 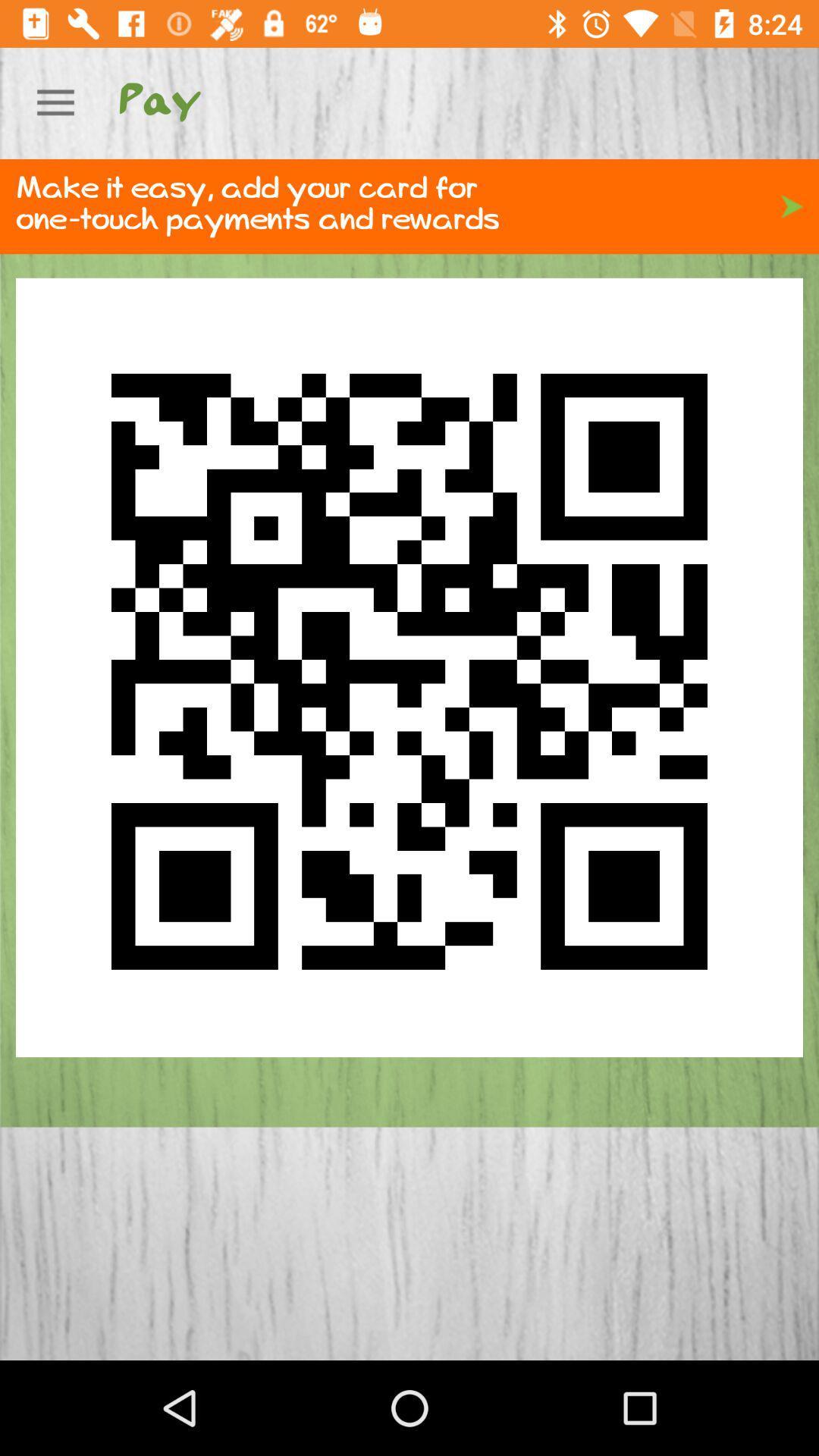 What do you see at coordinates (55, 102) in the screenshot?
I see `the item to the left of the pay item` at bounding box center [55, 102].